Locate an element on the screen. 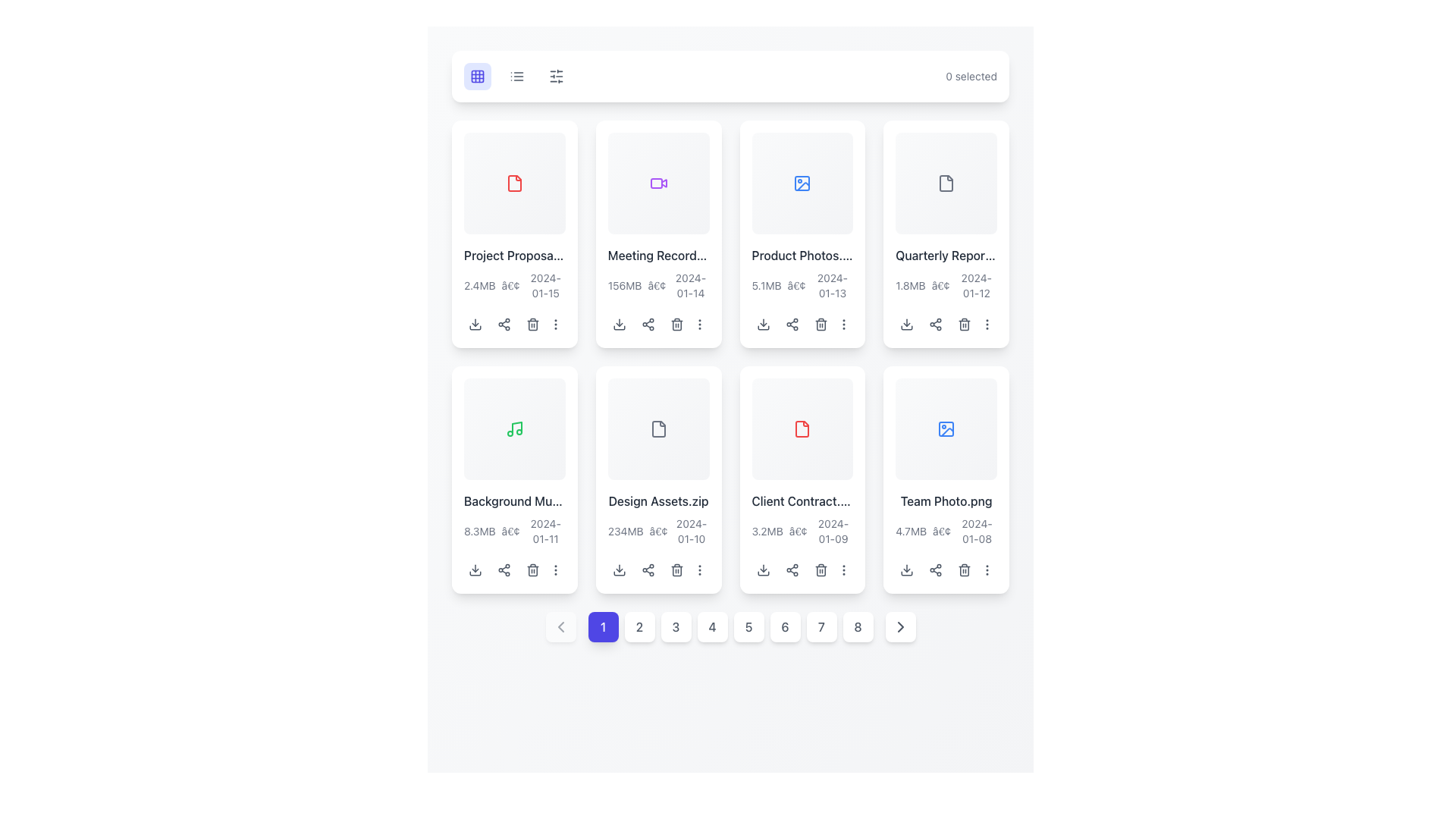 The image size is (1456, 819). the download icon button located at the bottom of the 'Team Photo.png' card in the last row of items to initiate the download is located at coordinates (907, 570).